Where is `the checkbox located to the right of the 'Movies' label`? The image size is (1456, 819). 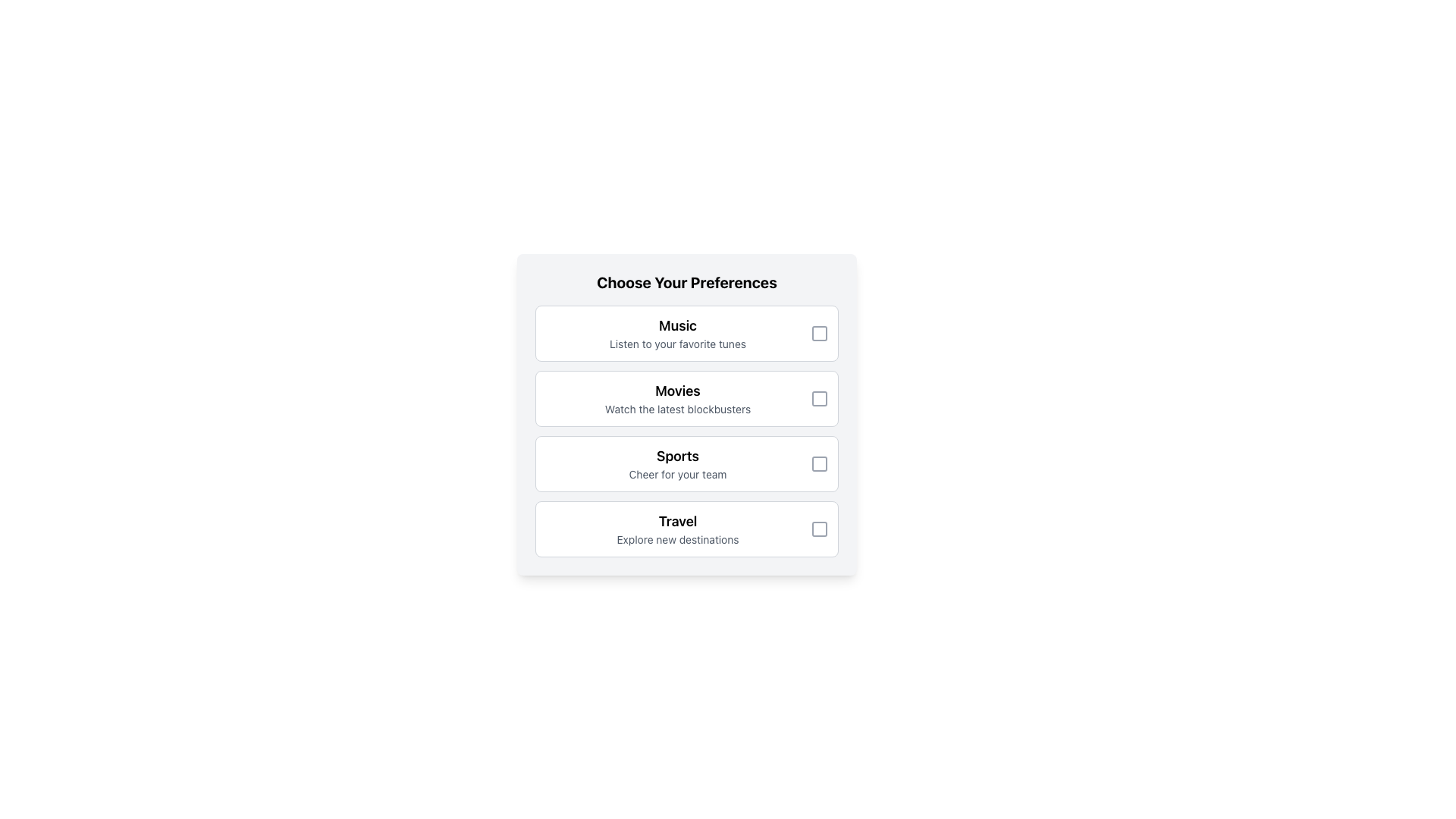
the checkbox located to the right of the 'Movies' label is located at coordinates (818, 397).